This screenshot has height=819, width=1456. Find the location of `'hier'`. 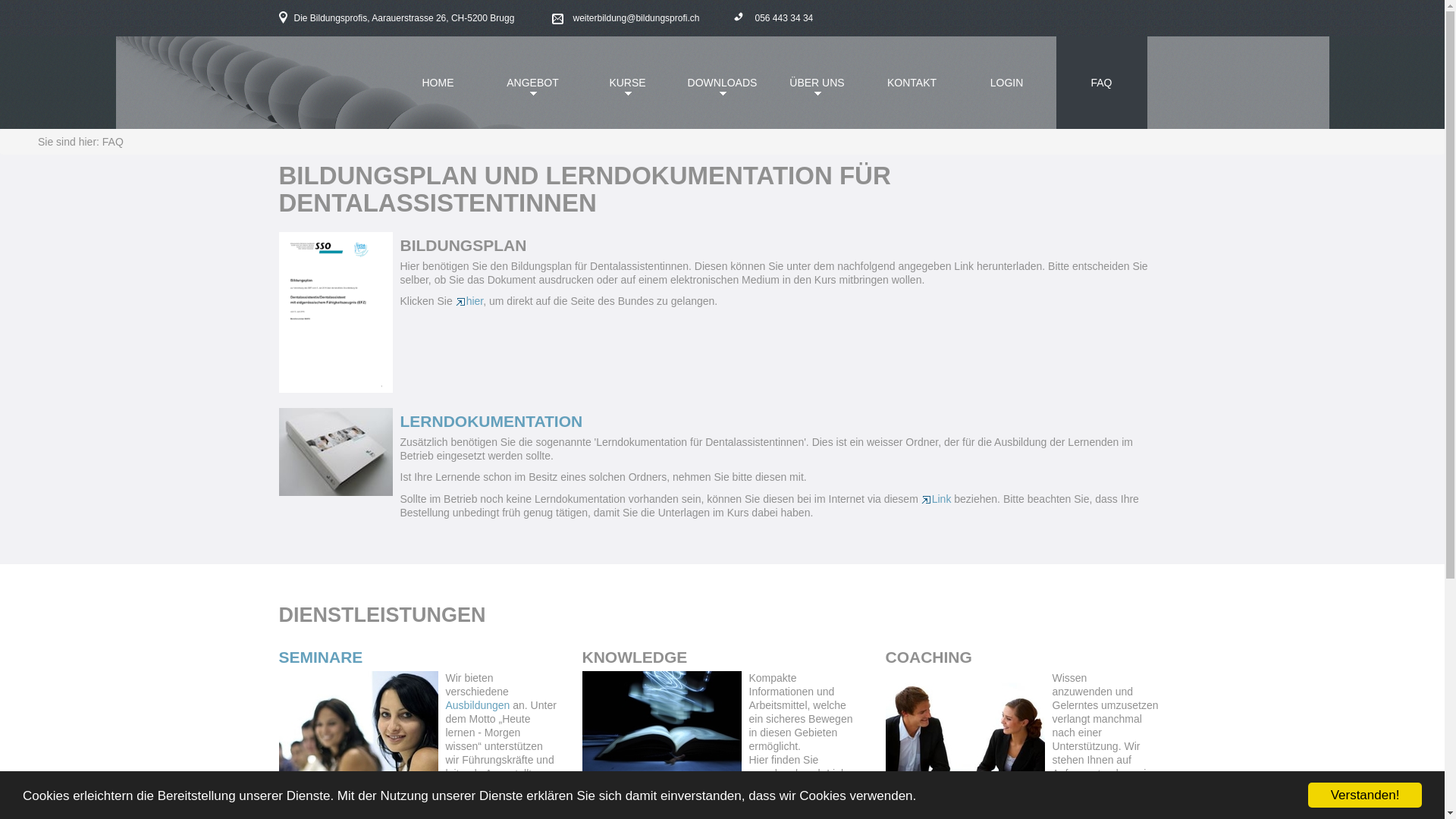

'hier' is located at coordinates (469, 301).